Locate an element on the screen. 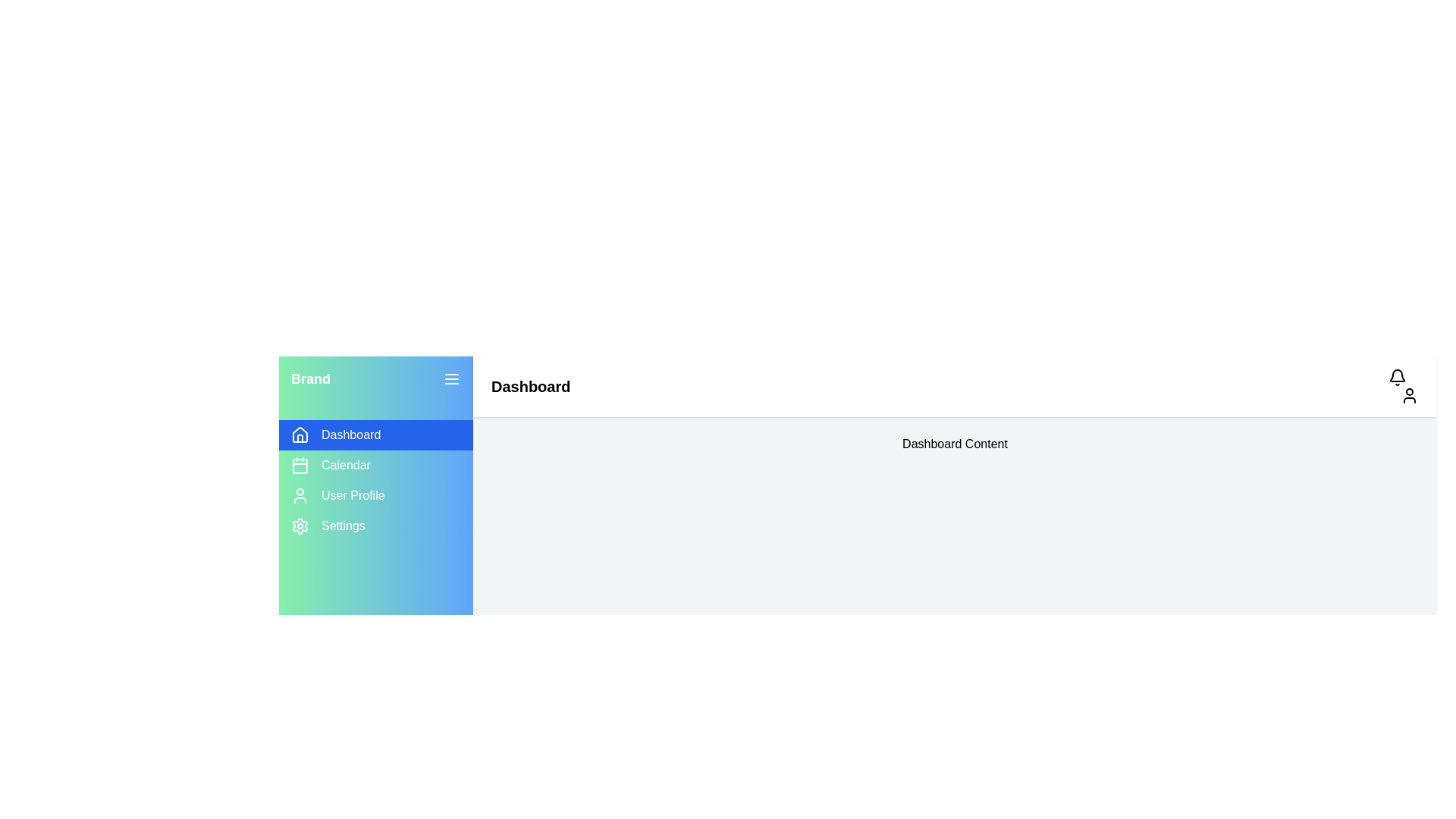  the icon located at the top-right corner of the interface that serves as a button for accessing user profile or account settings is located at coordinates (1408, 394).